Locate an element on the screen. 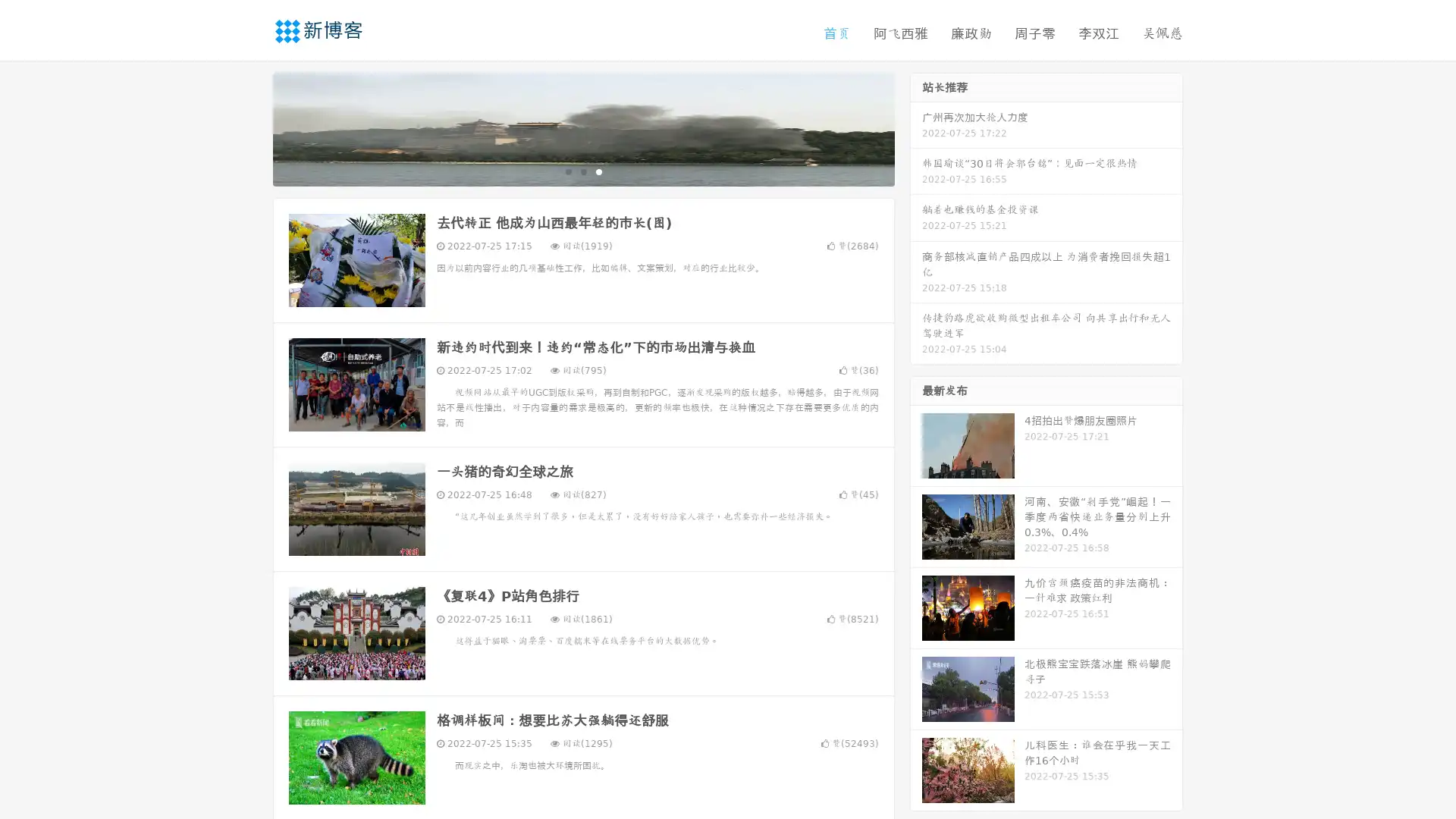  Go to slide 3 is located at coordinates (598, 171).